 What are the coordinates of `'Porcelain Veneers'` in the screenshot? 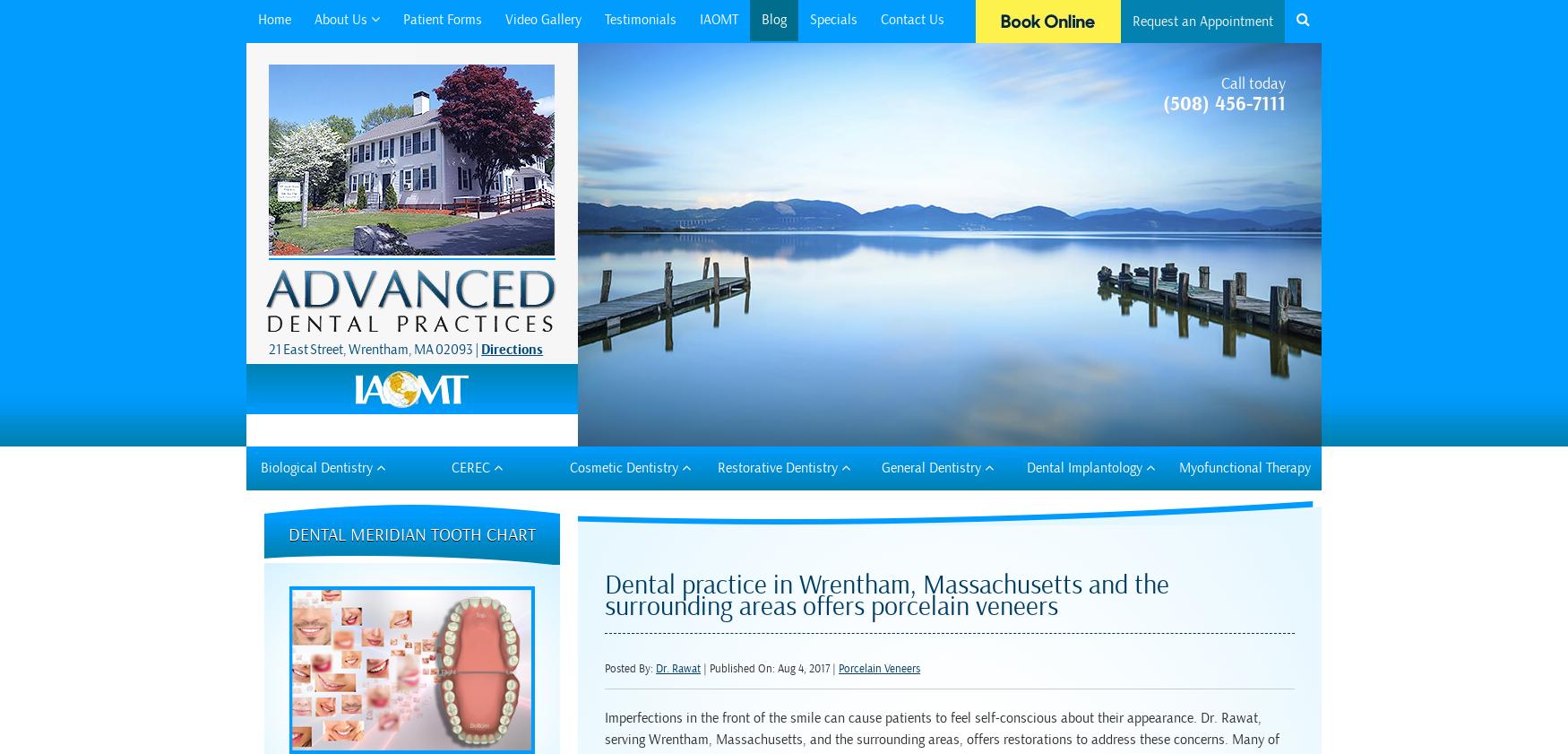 It's located at (879, 668).